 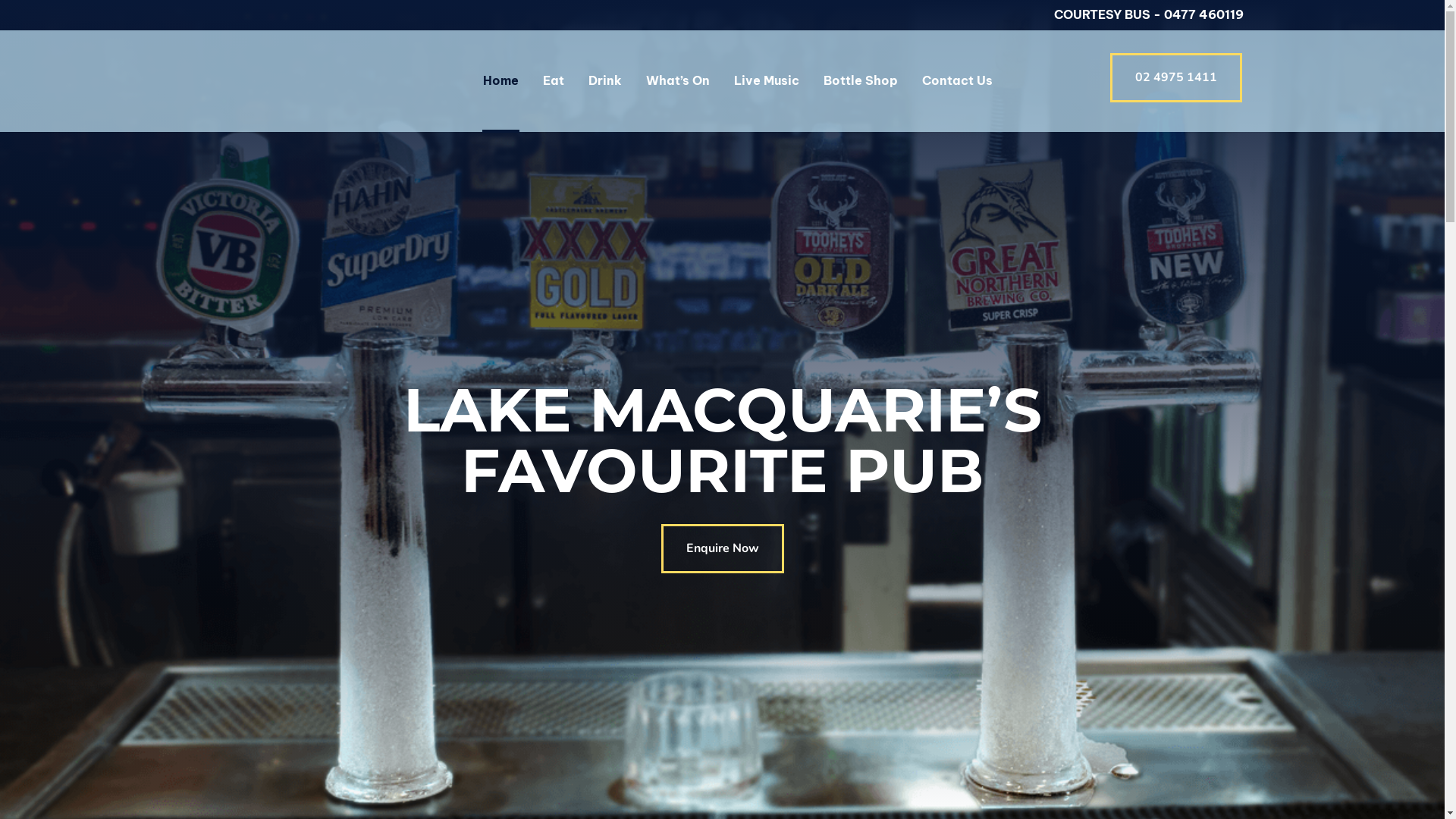 I want to click on 'Drink', so click(x=604, y=80).